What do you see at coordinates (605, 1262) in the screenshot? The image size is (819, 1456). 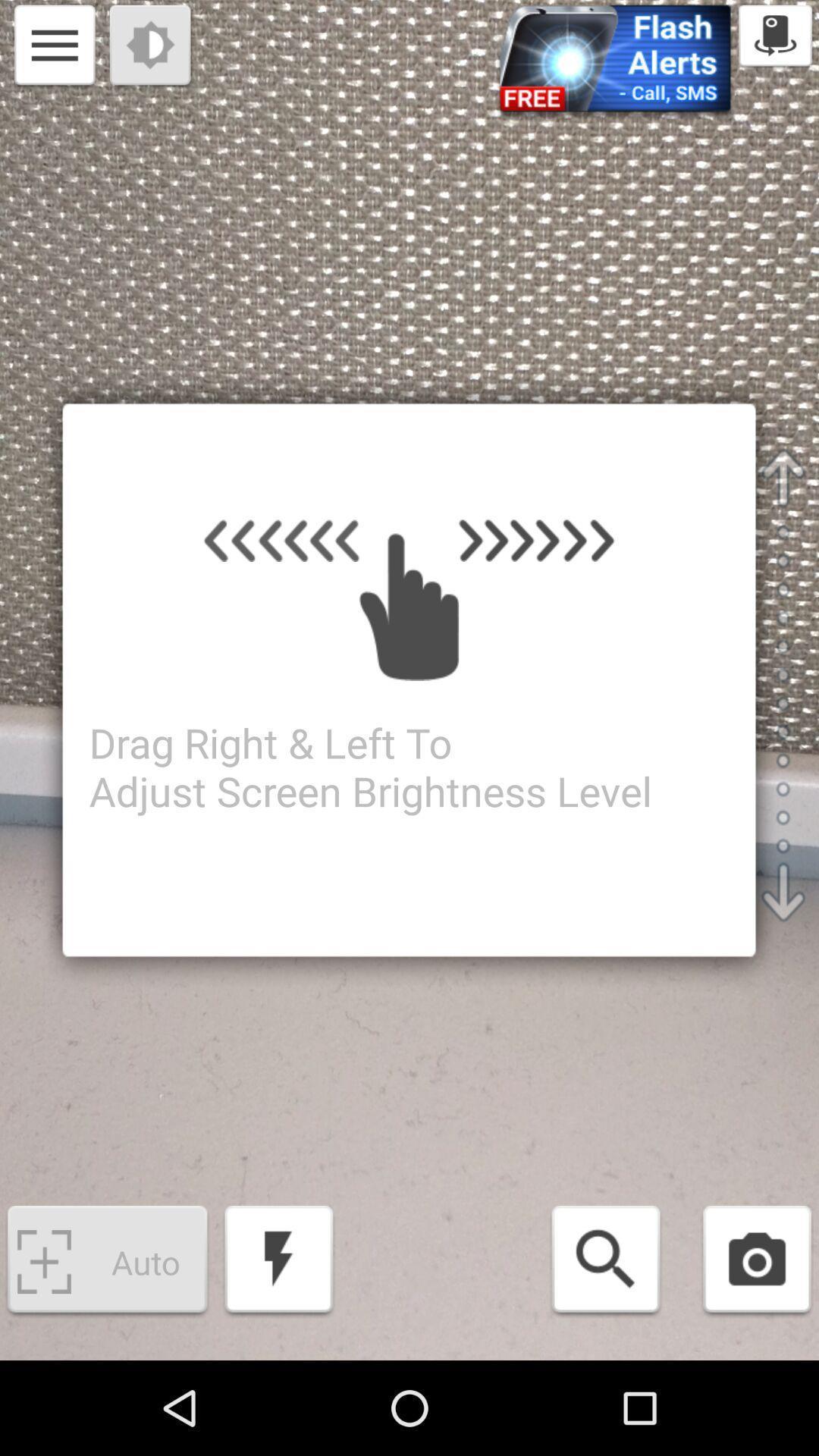 I see `search` at bounding box center [605, 1262].